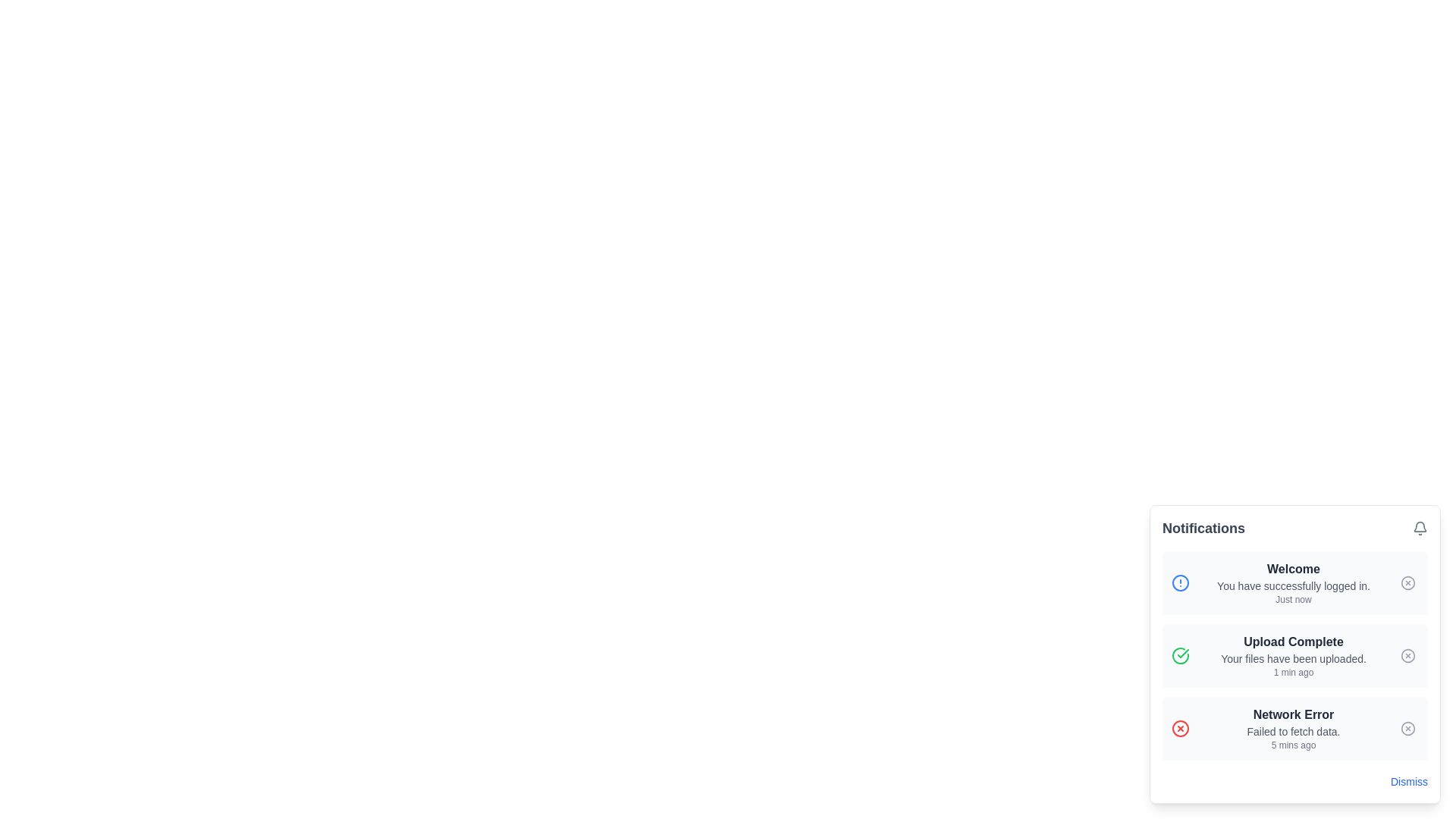 Image resolution: width=1456 pixels, height=819 pixels. I want to click on welcome message notification displayed in the Notifications panel, which includes 'Welcome', 'You have successfully logged in.', and 'Just now', so click(1292, 582).